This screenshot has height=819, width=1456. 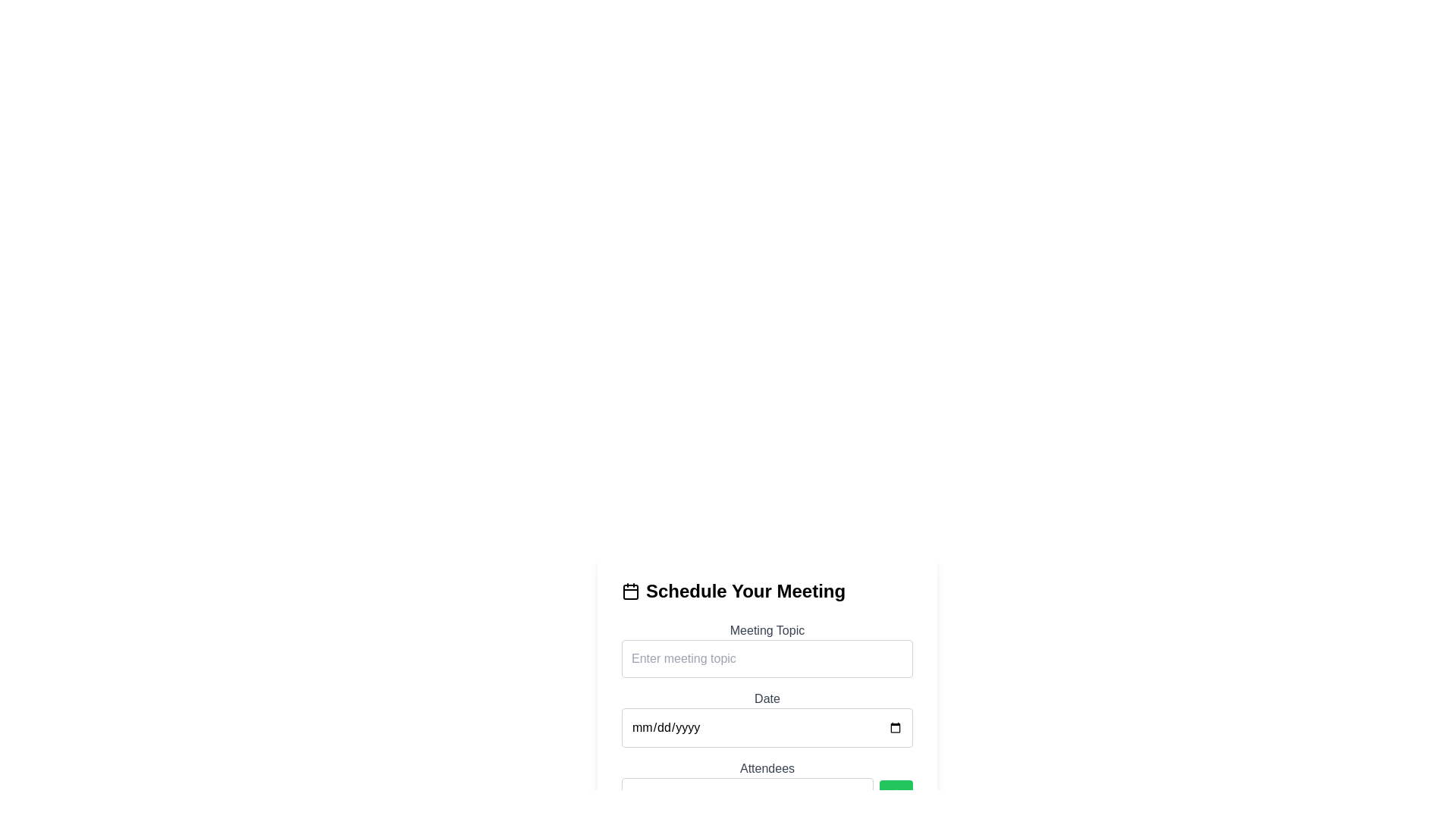 What do you see at coordinates (767, 769) in the screenshot?
I see `the 'Attendees' static text label, which is displayed in a medium-sized sans-serif font and is gray in color, located in the 'Schedule Your Meeting' section above the attendee email input field` at bounding box center [767, 769].